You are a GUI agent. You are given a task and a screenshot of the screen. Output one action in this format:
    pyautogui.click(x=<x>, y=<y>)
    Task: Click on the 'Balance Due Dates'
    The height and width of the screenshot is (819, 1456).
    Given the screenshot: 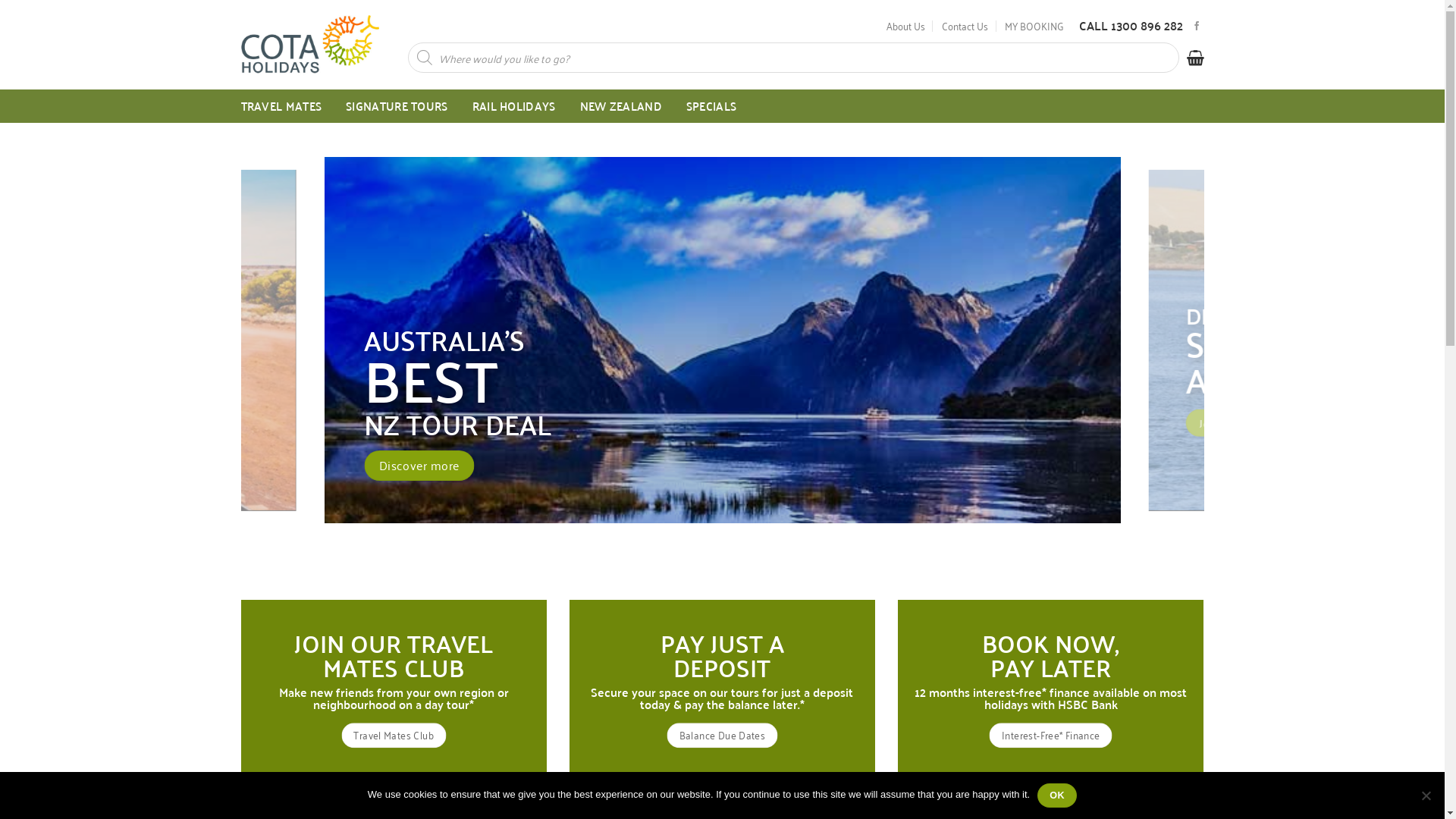 What is the action you would take?
    pyautogui.click(x=720, y=734)
    